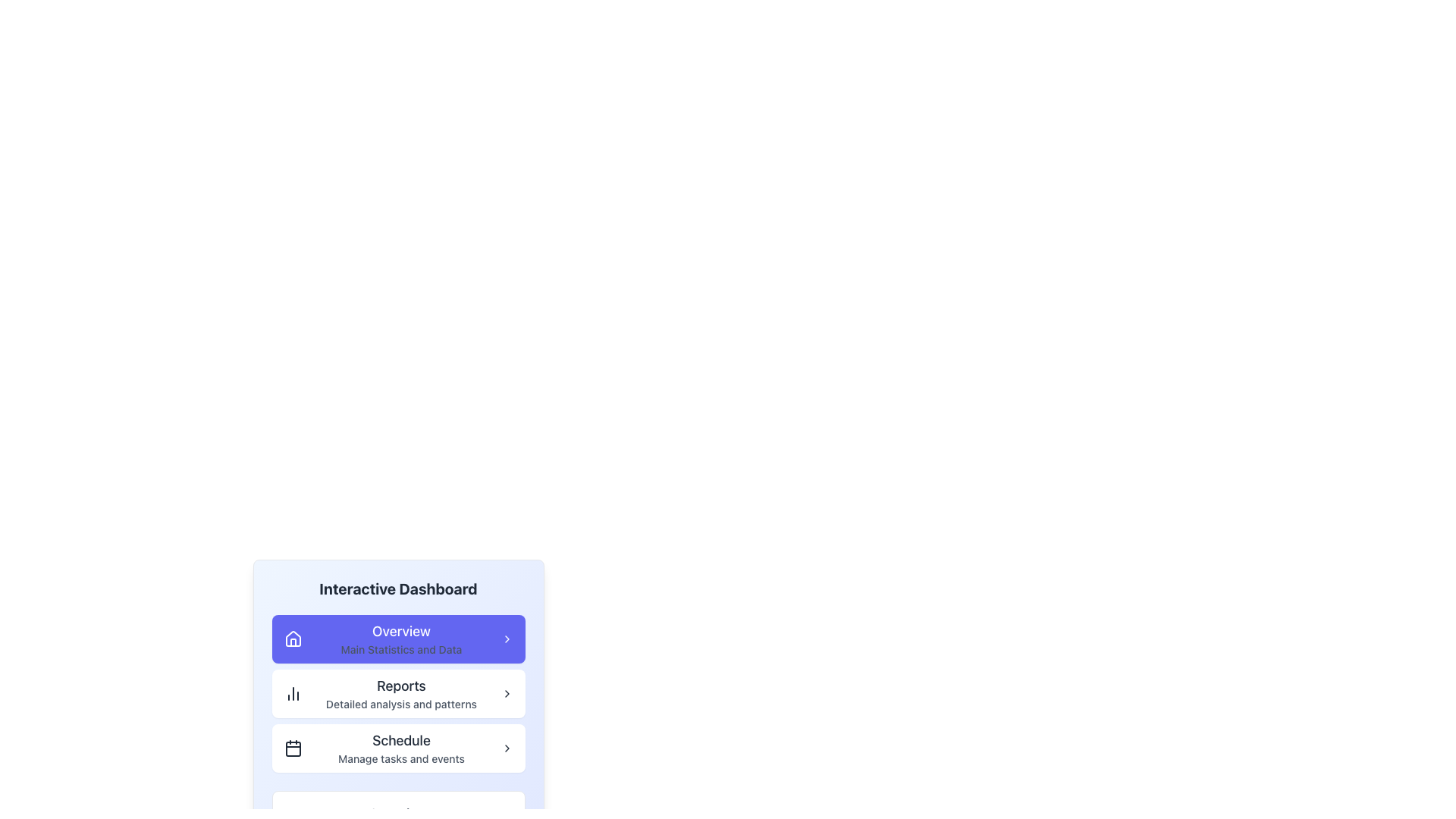 This screenshot has width=1456, height=819. I want to click on text label displaying 'Main Statistics and Data' located below the 'Overview' text in the topmost menu item, so click(401, 648).